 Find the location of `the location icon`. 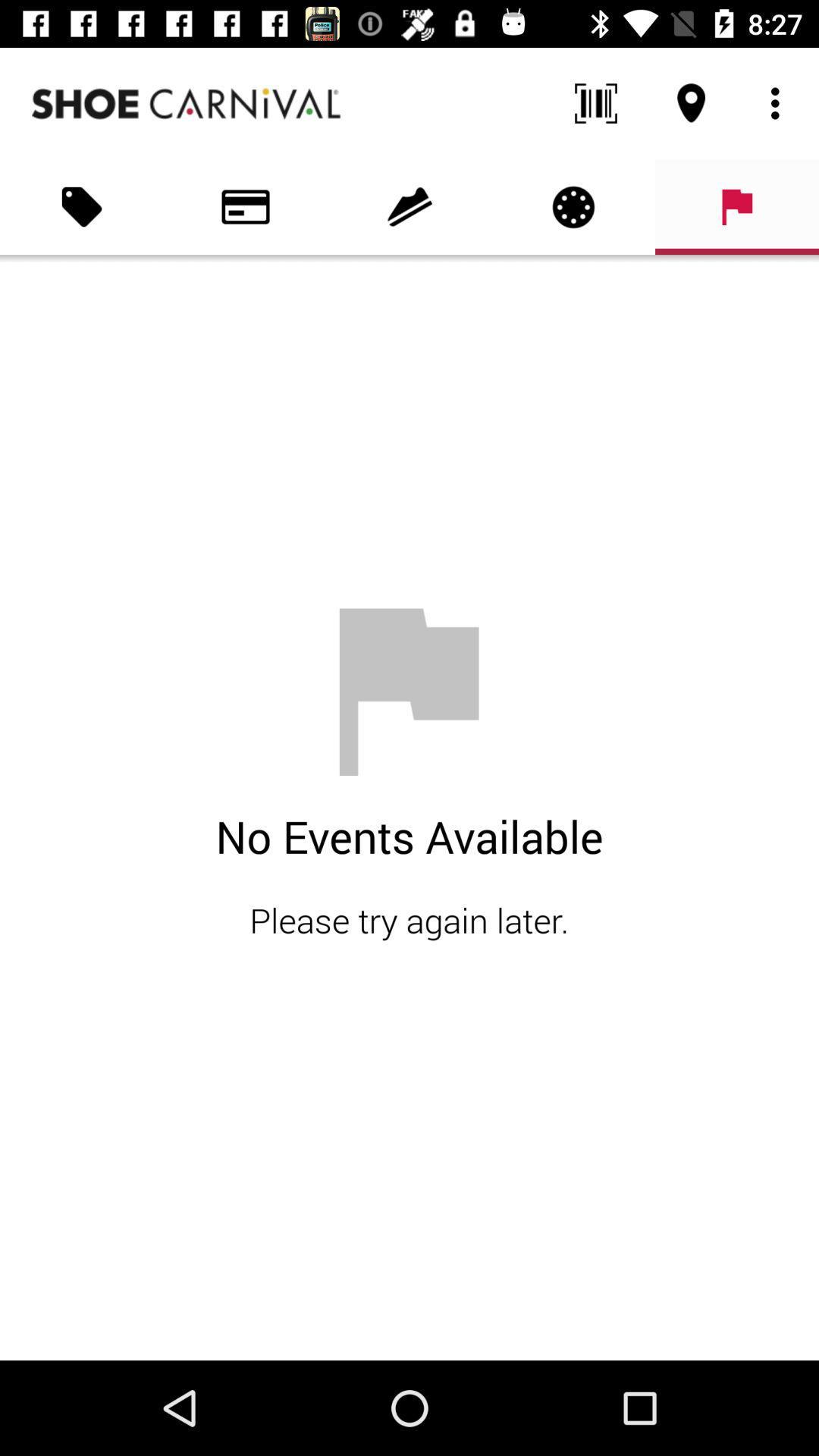

the location icon is located at coordinates (691, 103).